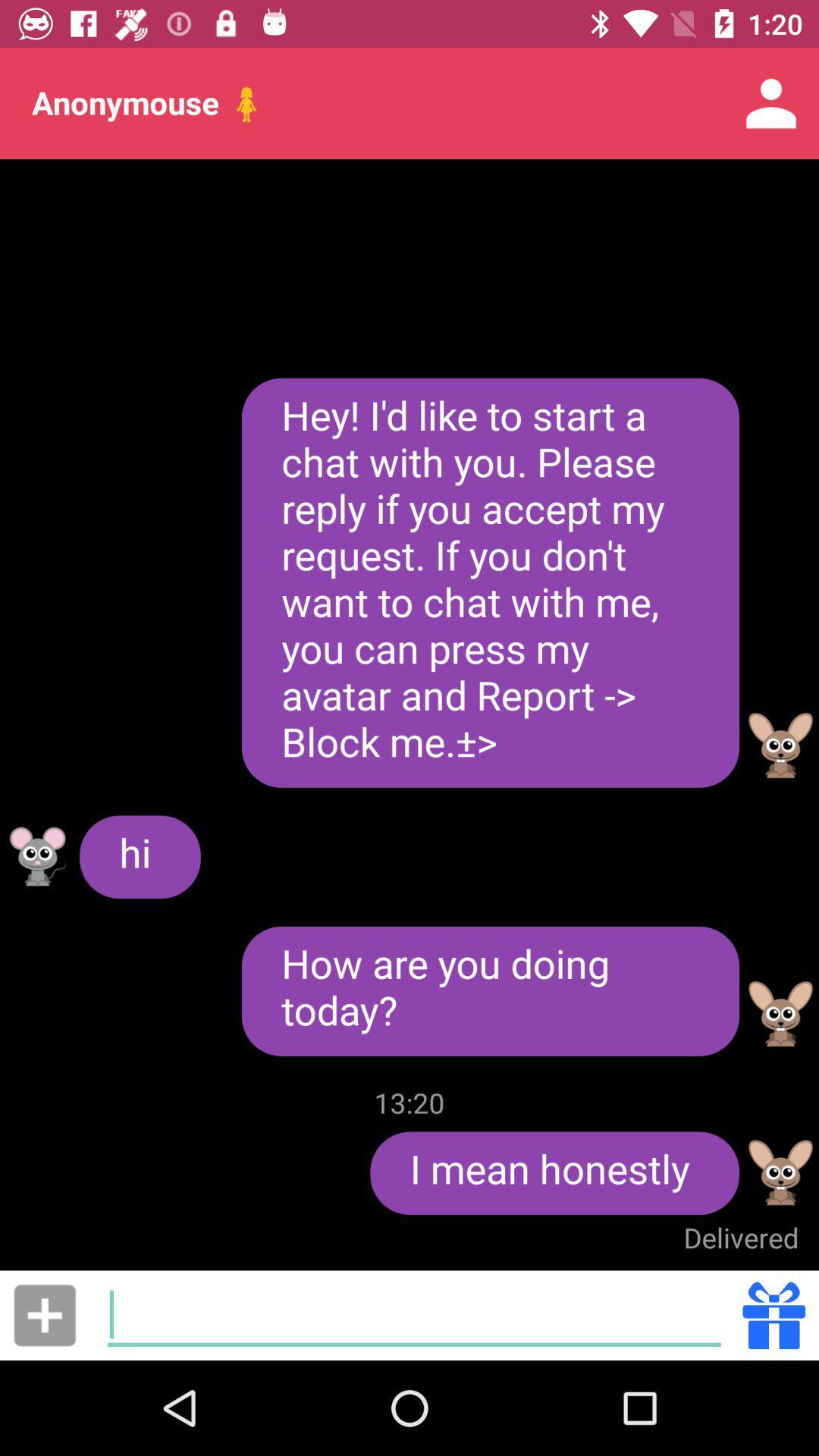 The height and width of the screenshot is (1456, 819). I want to click on the item below how are you icon, so click(409, 1103).